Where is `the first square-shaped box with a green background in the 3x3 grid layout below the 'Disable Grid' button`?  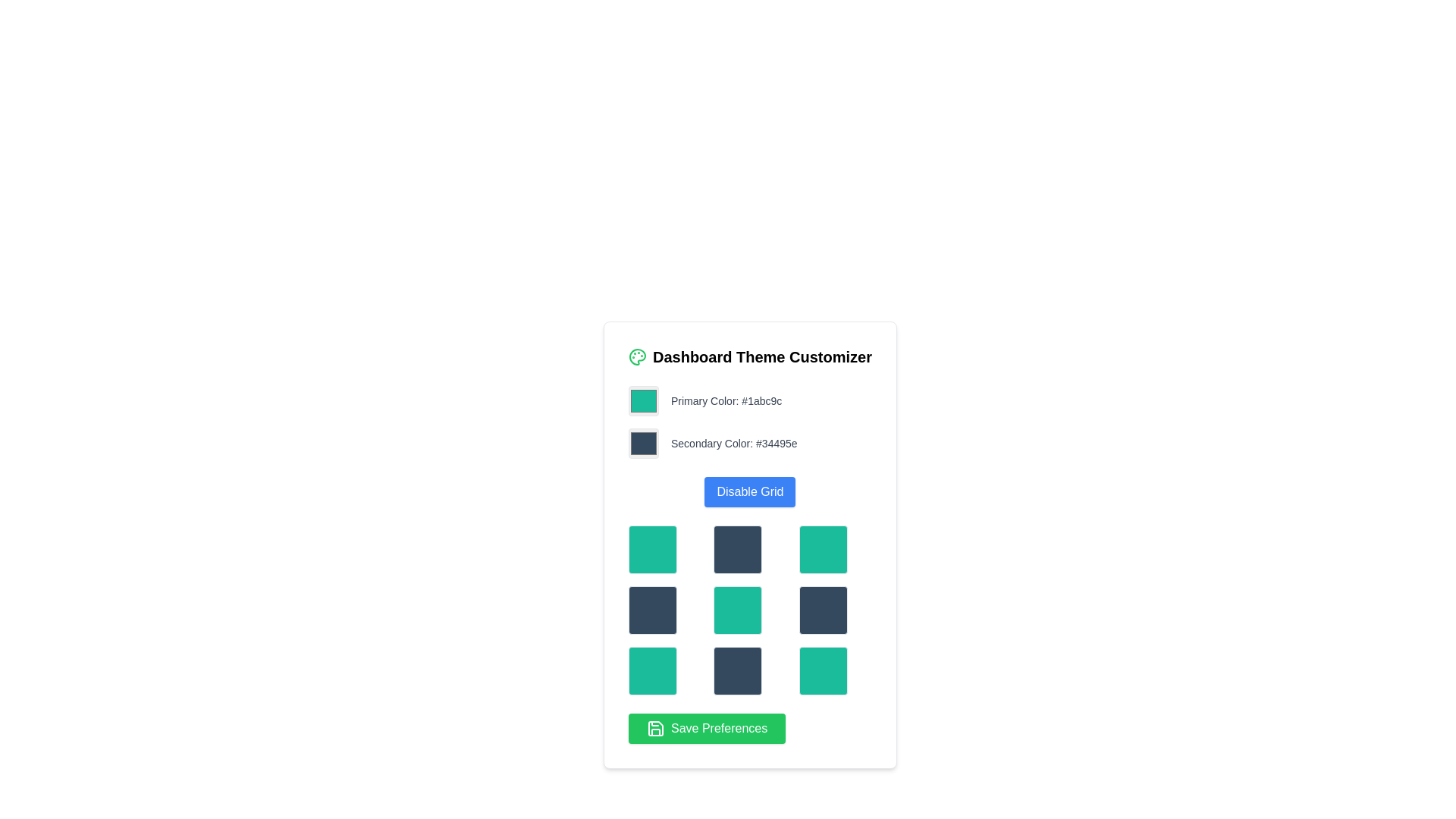 the first square-shaped box with a green background in the 3x3 grid layout below the 'Disable Grid' button is located at coordinates (652, 550).